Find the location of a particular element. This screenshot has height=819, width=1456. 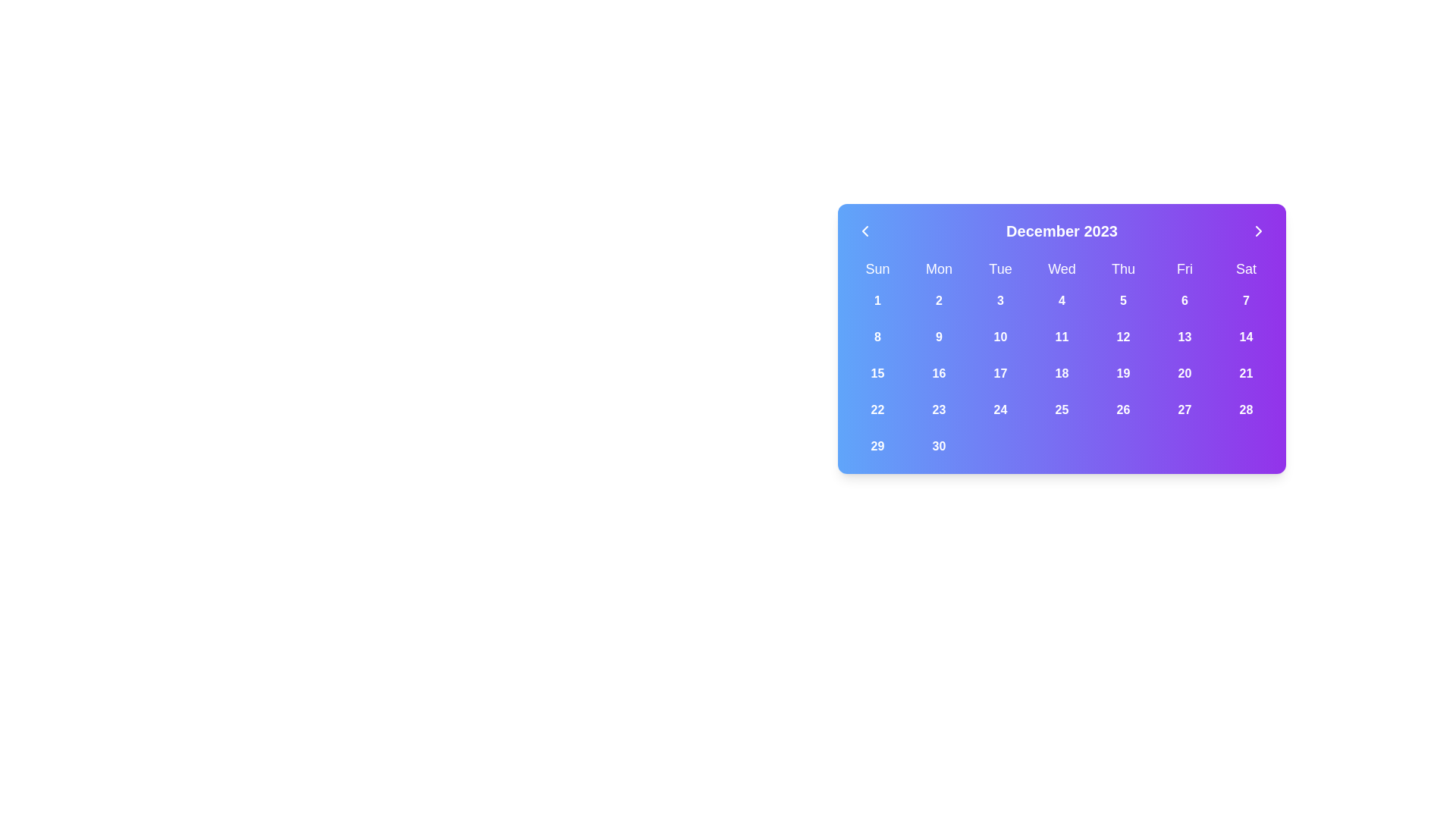

the interactive button representing the date '22' in the calendar grid under 'Fri' is located at coordinates (877, 409).